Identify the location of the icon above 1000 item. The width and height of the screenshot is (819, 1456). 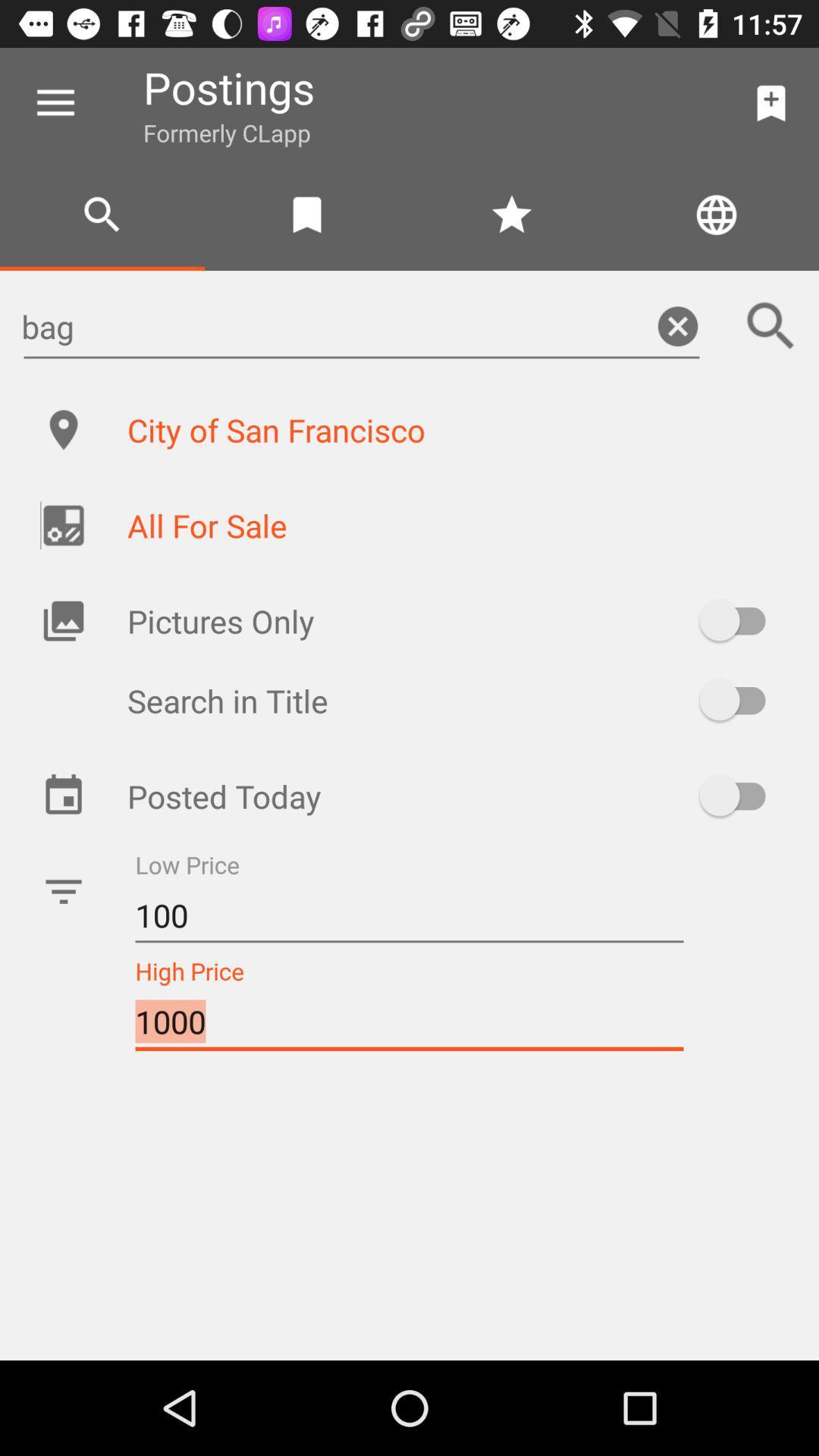
(409, 915).